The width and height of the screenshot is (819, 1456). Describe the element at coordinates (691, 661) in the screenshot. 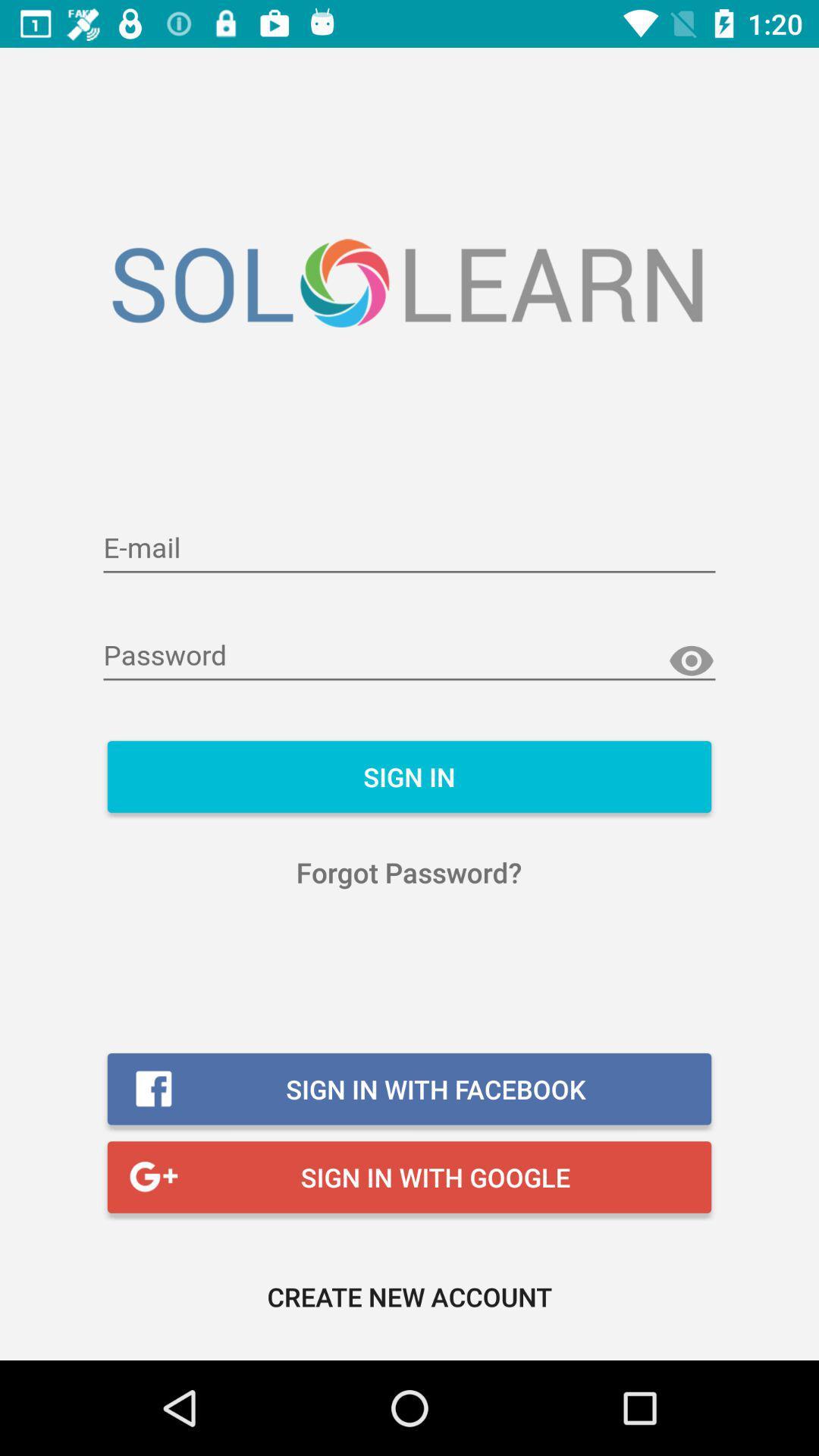

I see `see characters` at that location.